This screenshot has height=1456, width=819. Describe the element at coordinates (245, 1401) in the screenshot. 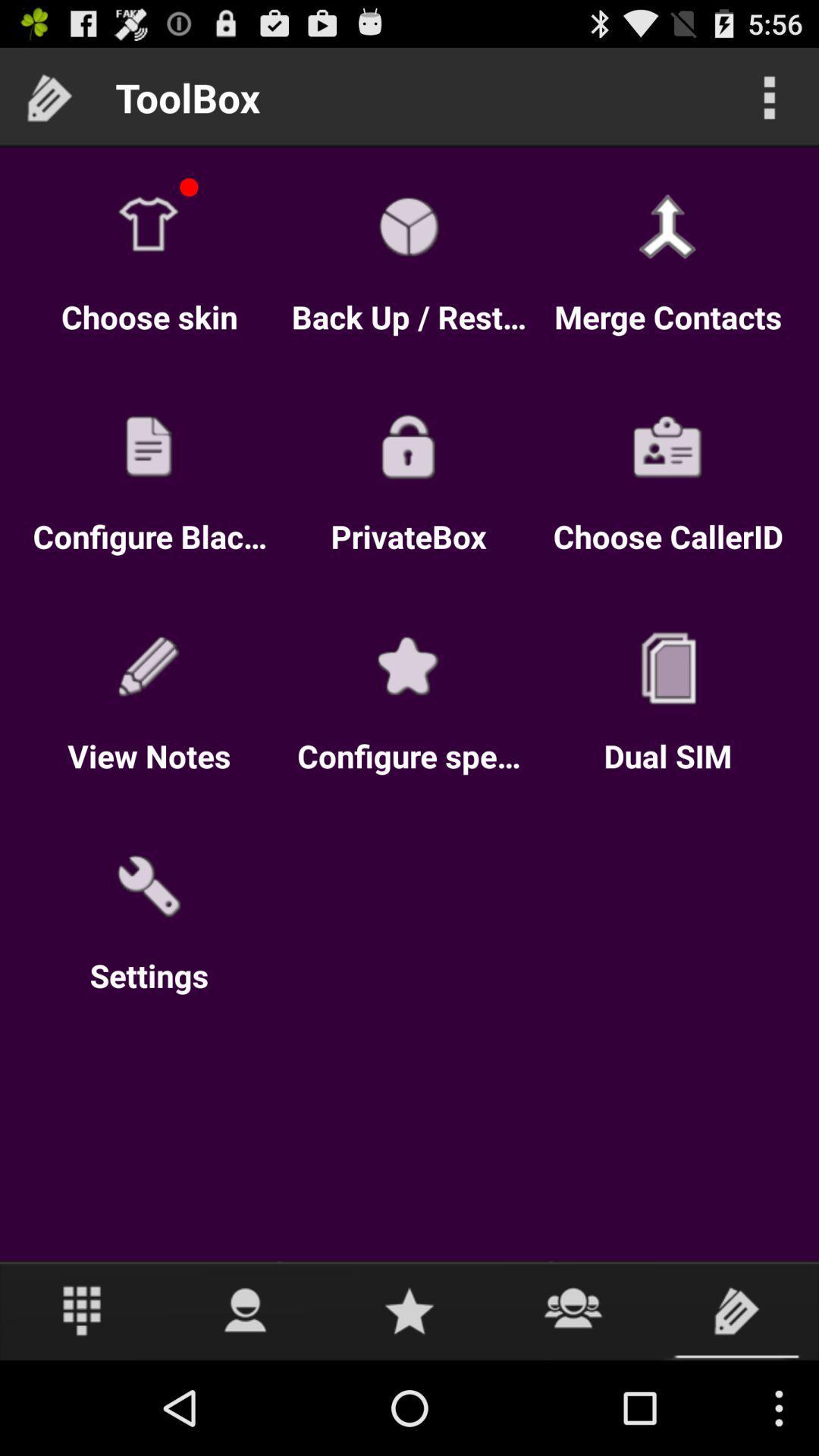

I see `the avatar icon` at that location.